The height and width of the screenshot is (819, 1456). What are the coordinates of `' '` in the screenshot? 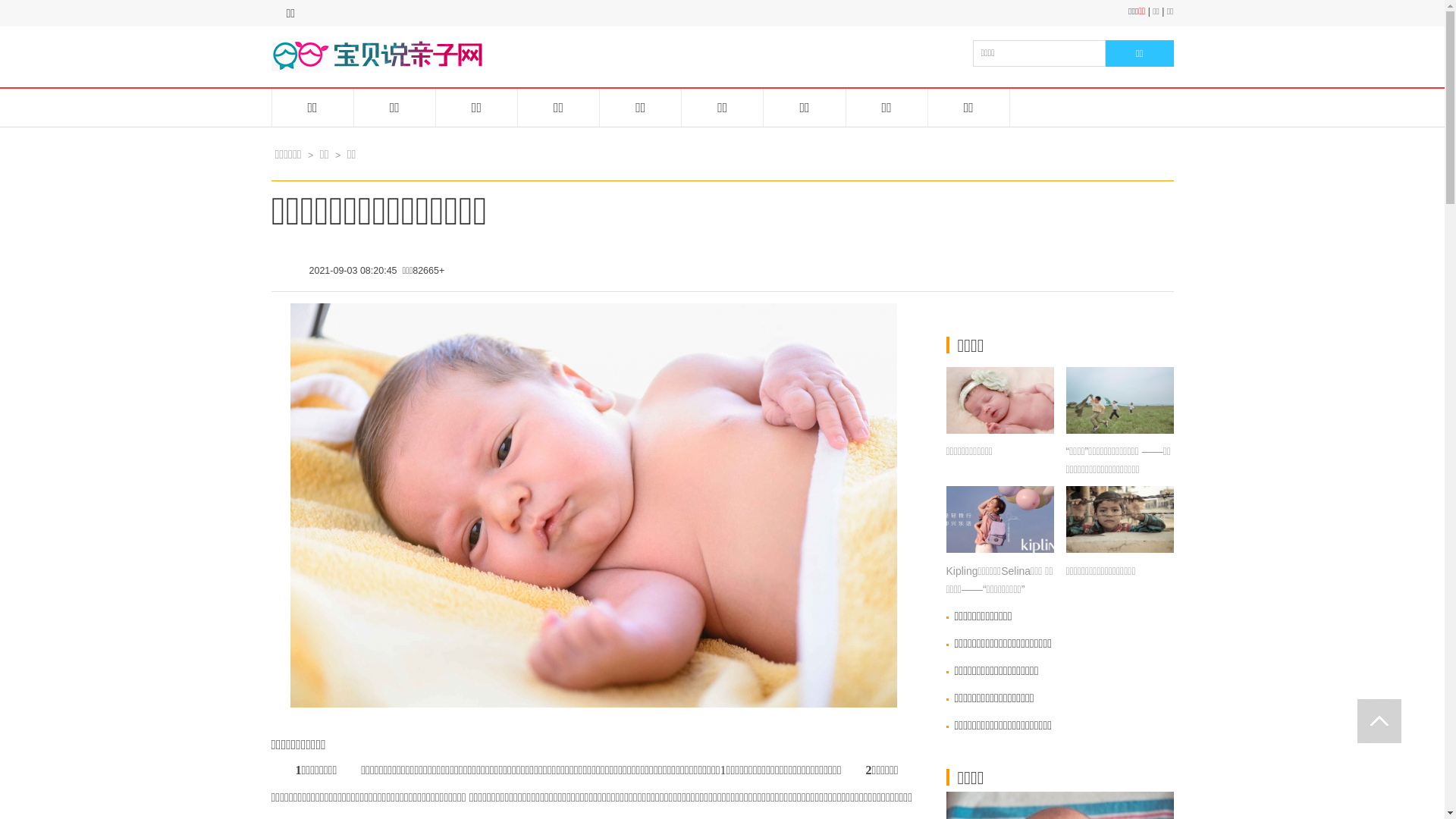 It's located at (1379, 720).